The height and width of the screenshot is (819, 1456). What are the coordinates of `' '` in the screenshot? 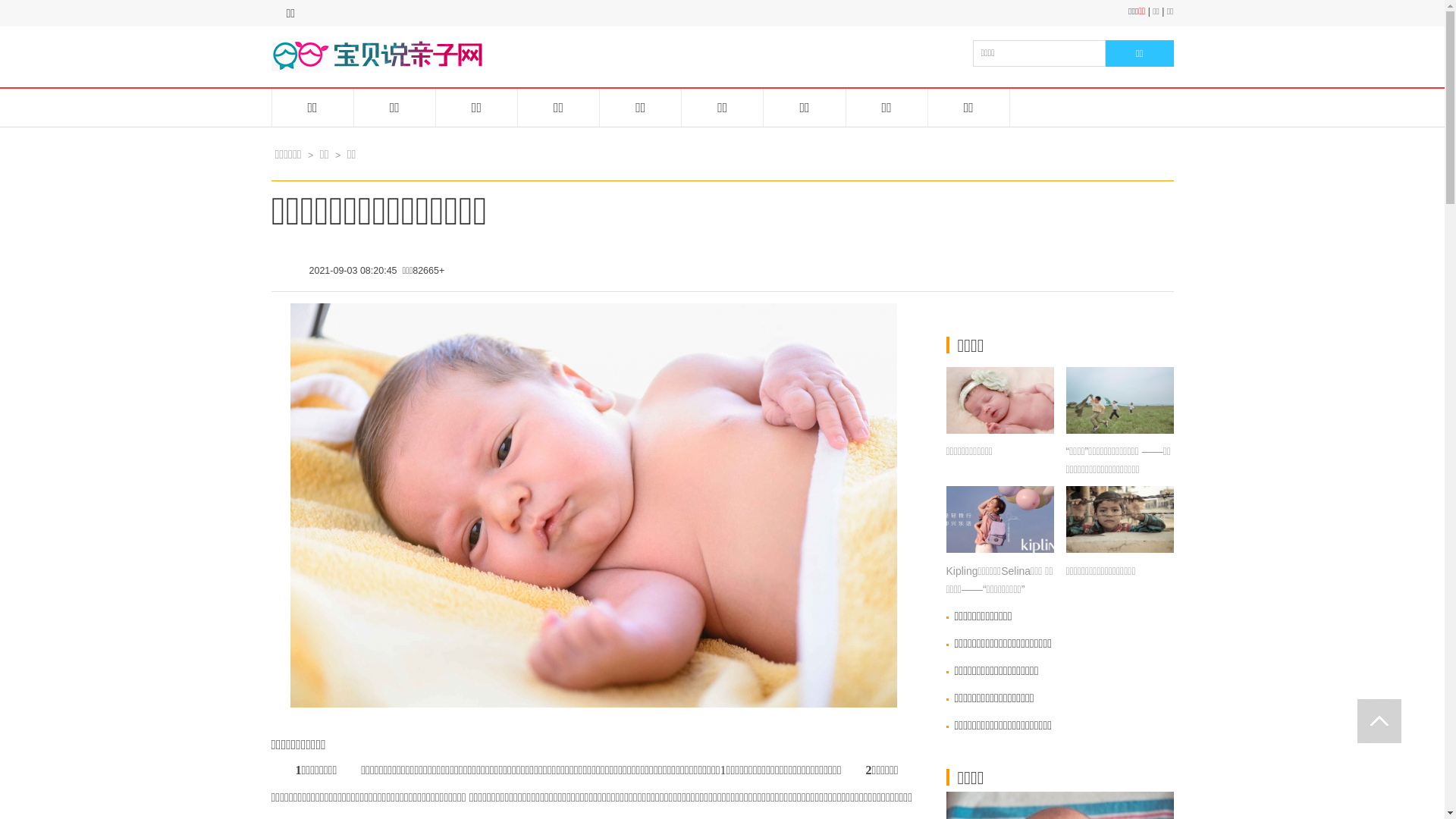 It's located at (1379, 720).